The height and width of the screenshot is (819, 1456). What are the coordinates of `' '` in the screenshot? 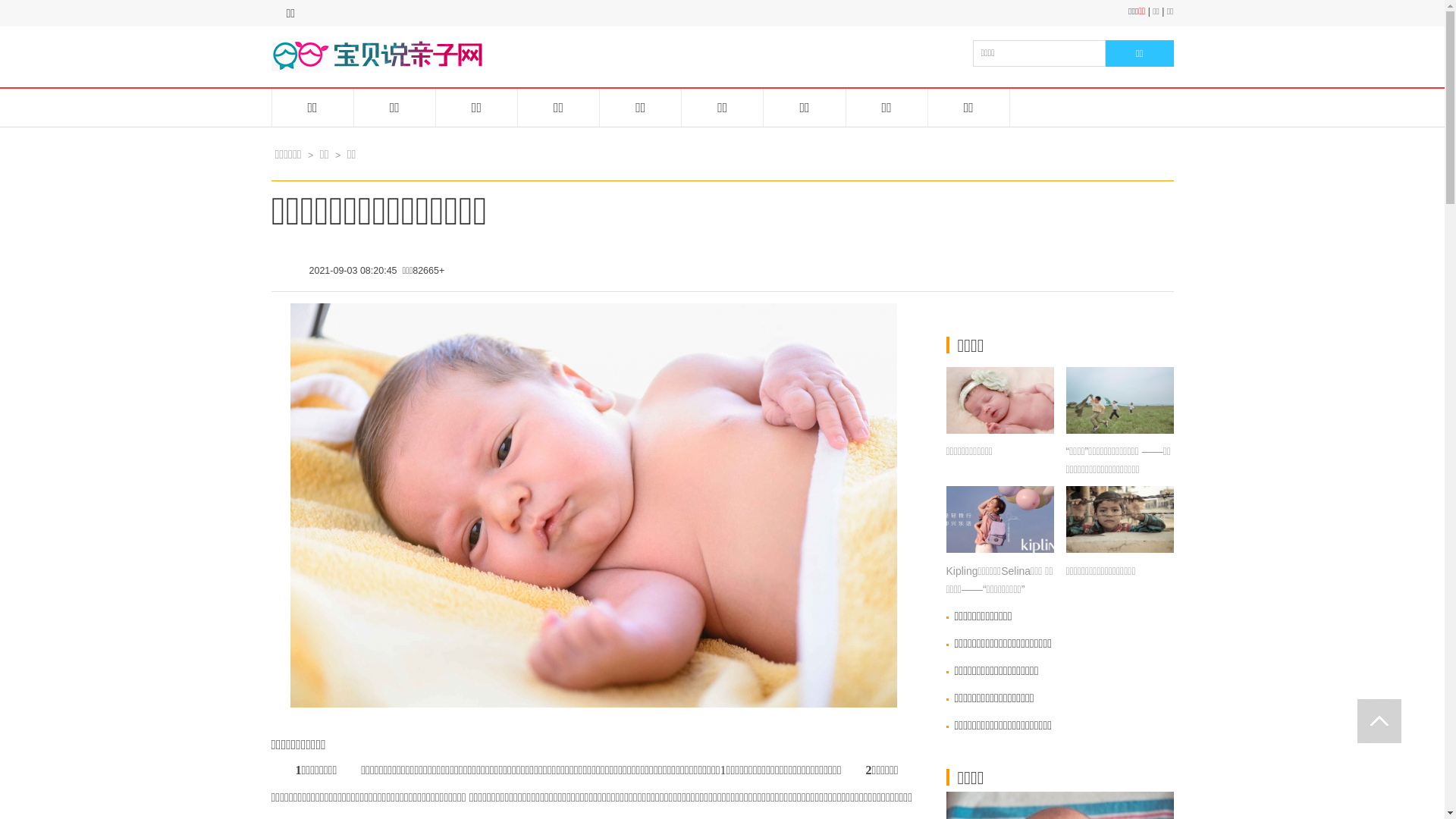 It's located at (1379, 720).